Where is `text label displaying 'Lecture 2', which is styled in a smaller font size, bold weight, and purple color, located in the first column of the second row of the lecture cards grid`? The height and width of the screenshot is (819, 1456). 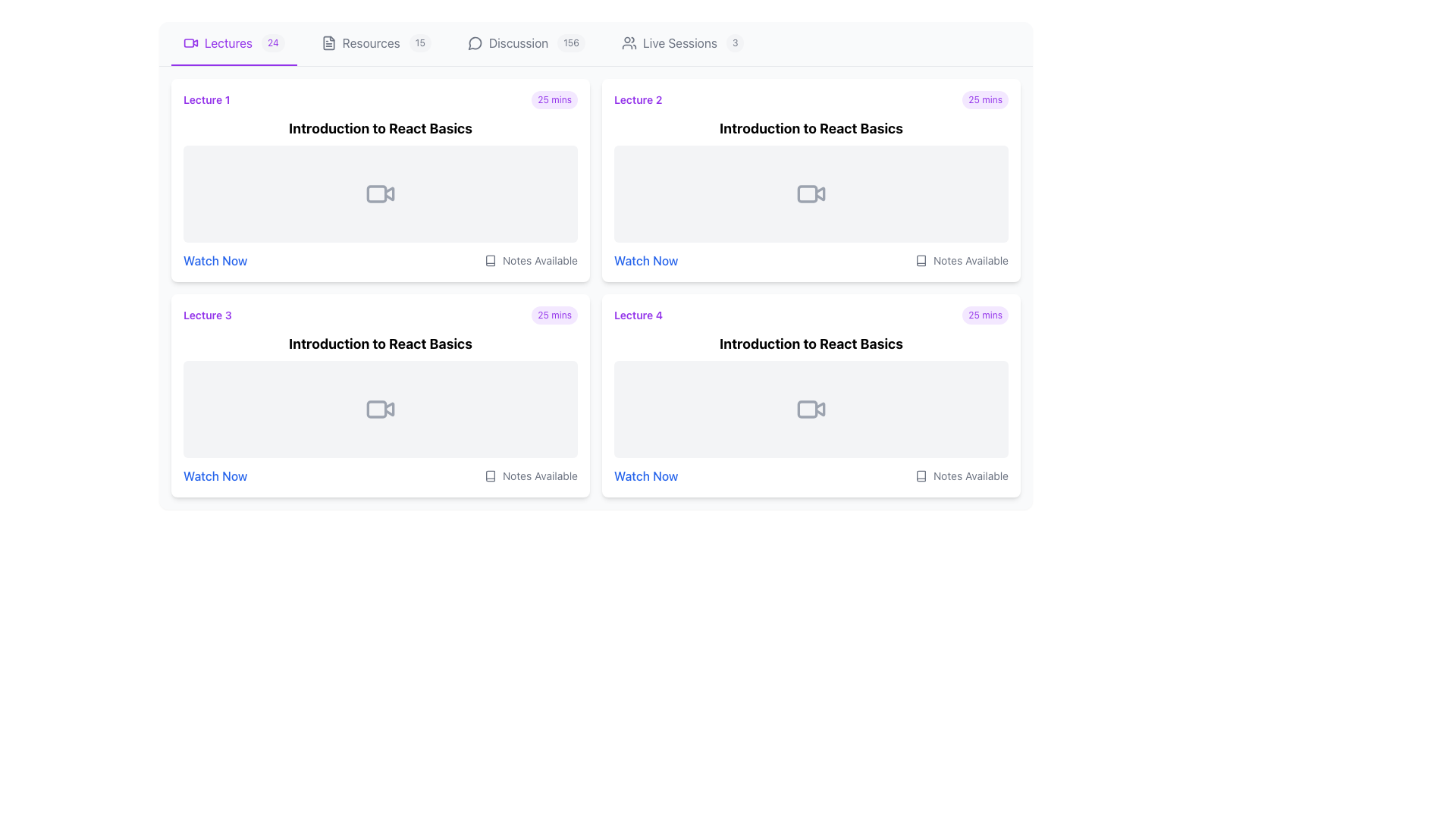 text label displaying 'Lecture 2', which is styled in a smaller font size, bold weight, and purple color, located in the first column of the second row of the lecture cards grid is located at coordinates (638, 99).